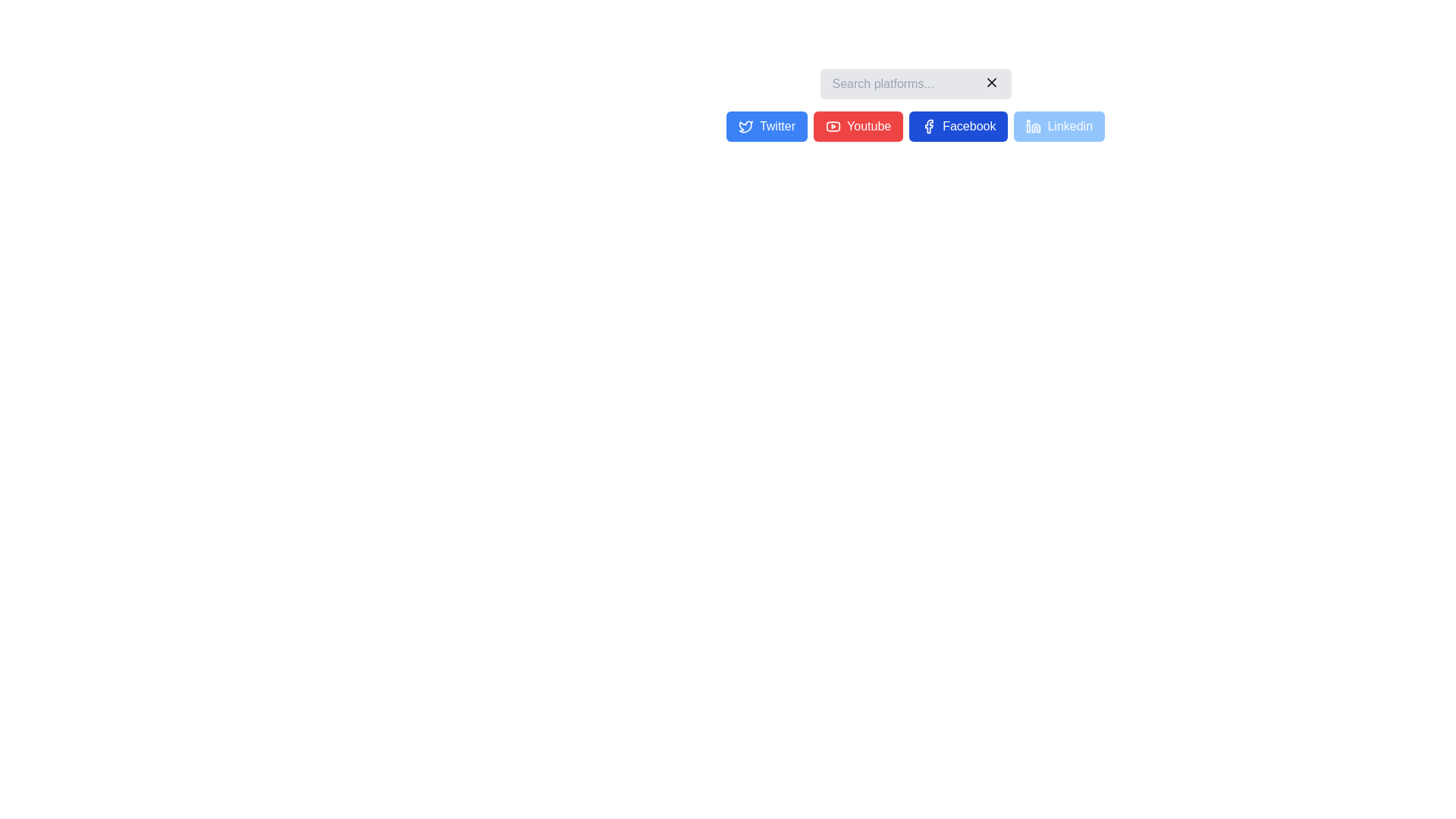 The height and width of the screenshot is (819, 1456). I want to click on the YouTube play button icon, which is styled with a red background and a white triangular play symbol, located at the left side of the 'Youtube' button, so click(833, 125).